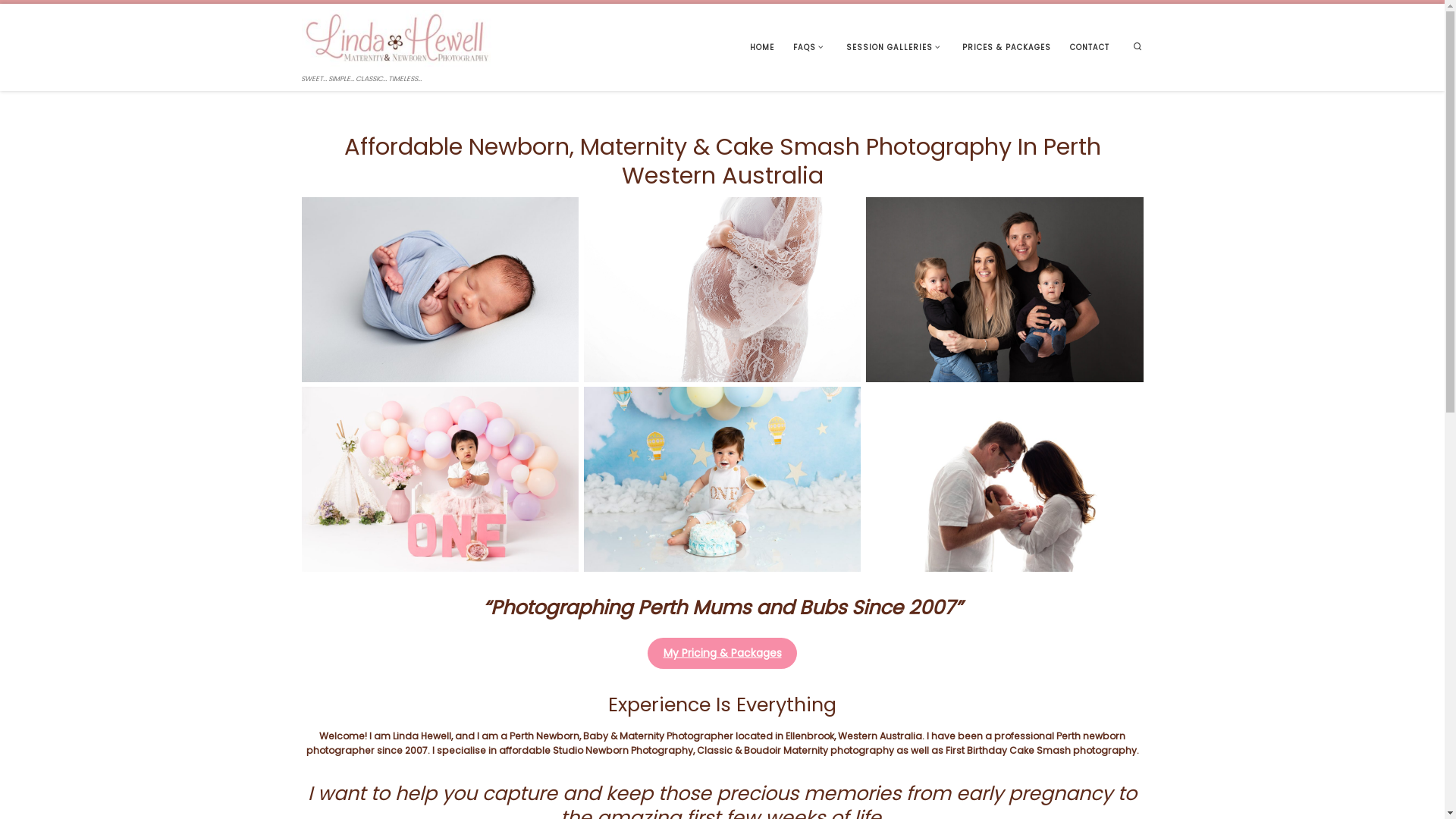 This screenshot has width=1456, height=819. What do you see at coordinates (721, 652) in the screenshot?
I see `'My Pricing & Packages'` at bounding box center [721, 652].